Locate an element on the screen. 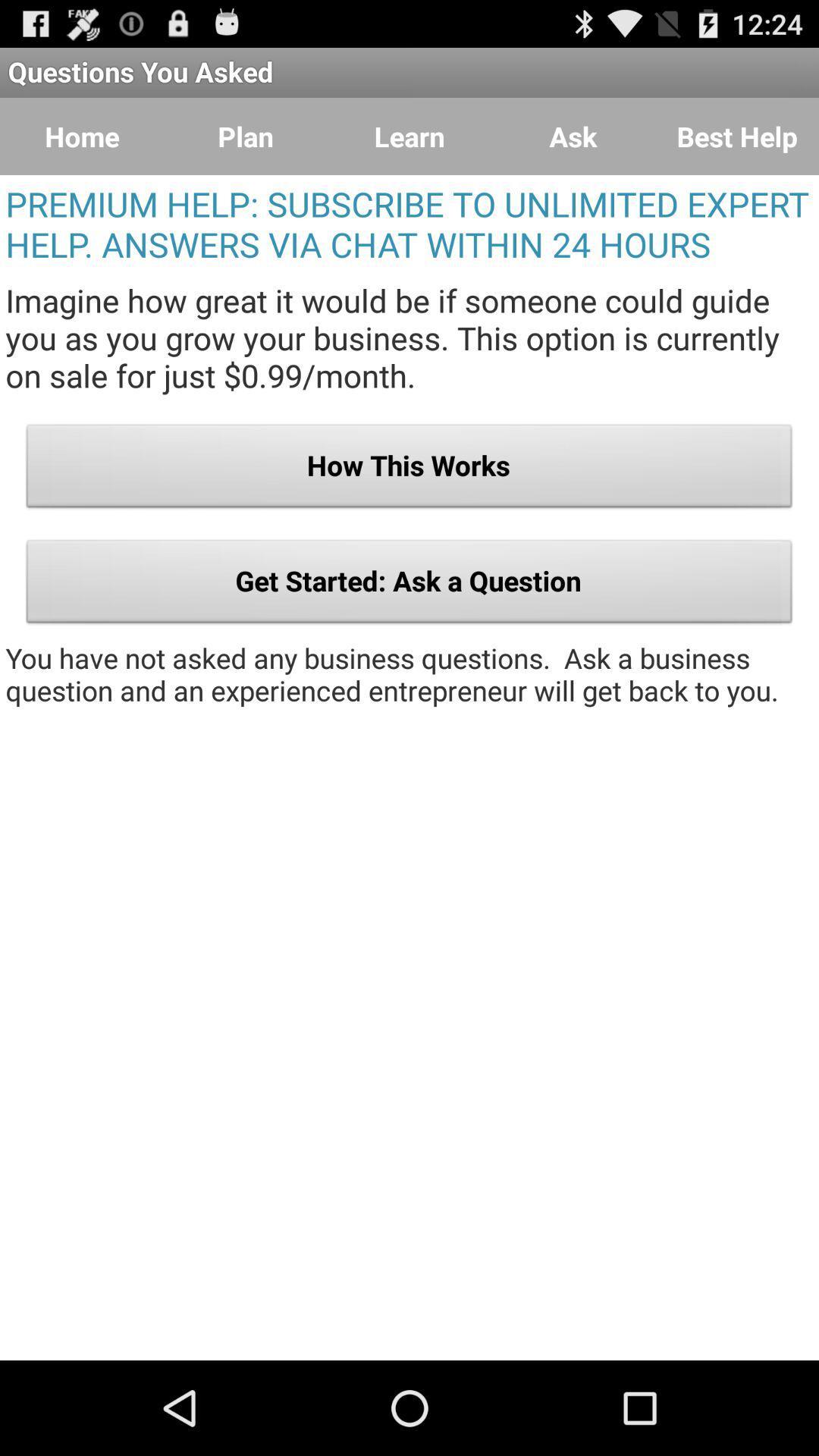 The width and height of the screenshot is (819, 1456). item to the right of ask icon is located at coordinates (736, 136).